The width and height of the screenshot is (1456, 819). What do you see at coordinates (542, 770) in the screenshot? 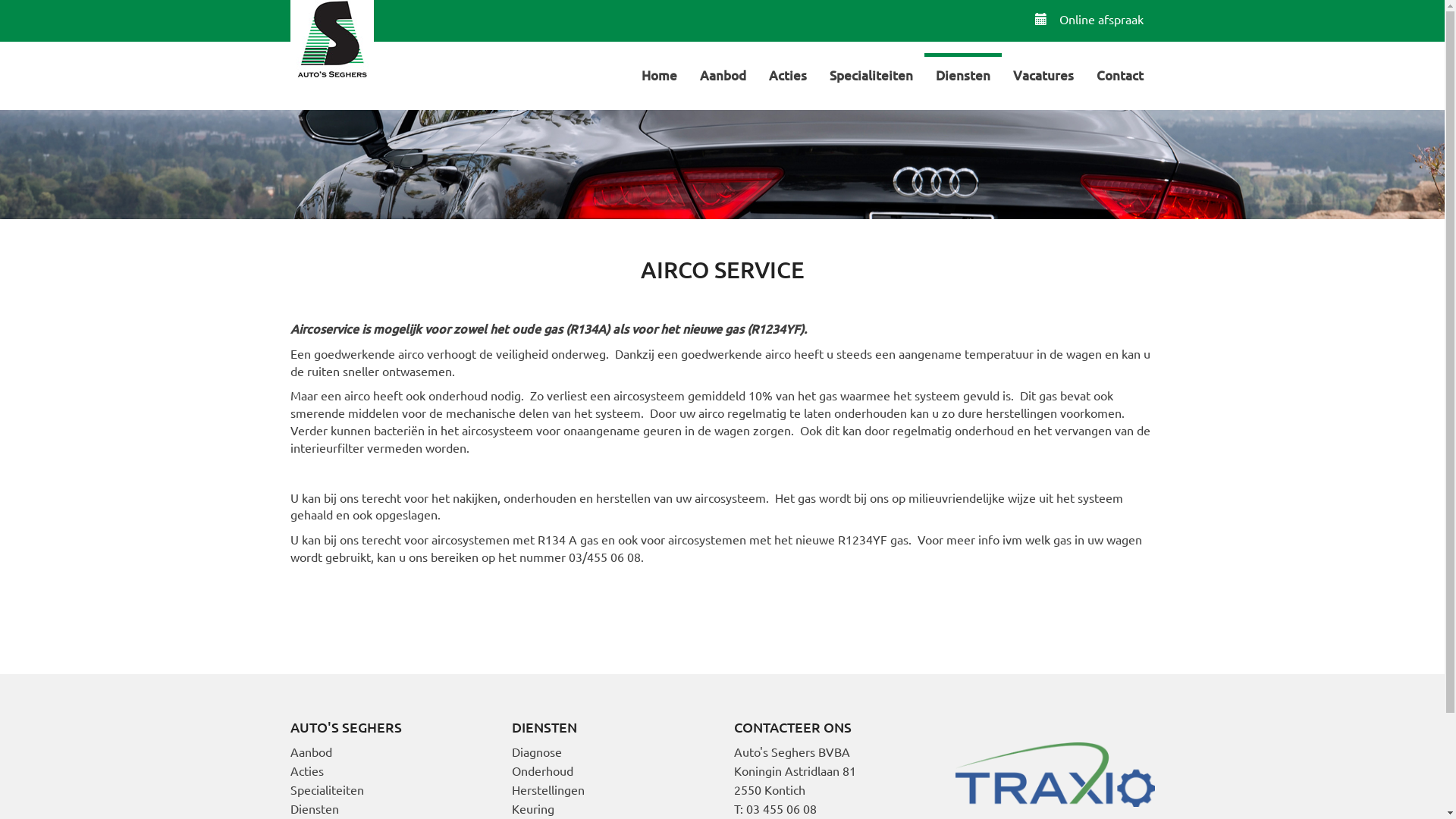
I see `'Onderhoud'` at bounding box center [542, 770].